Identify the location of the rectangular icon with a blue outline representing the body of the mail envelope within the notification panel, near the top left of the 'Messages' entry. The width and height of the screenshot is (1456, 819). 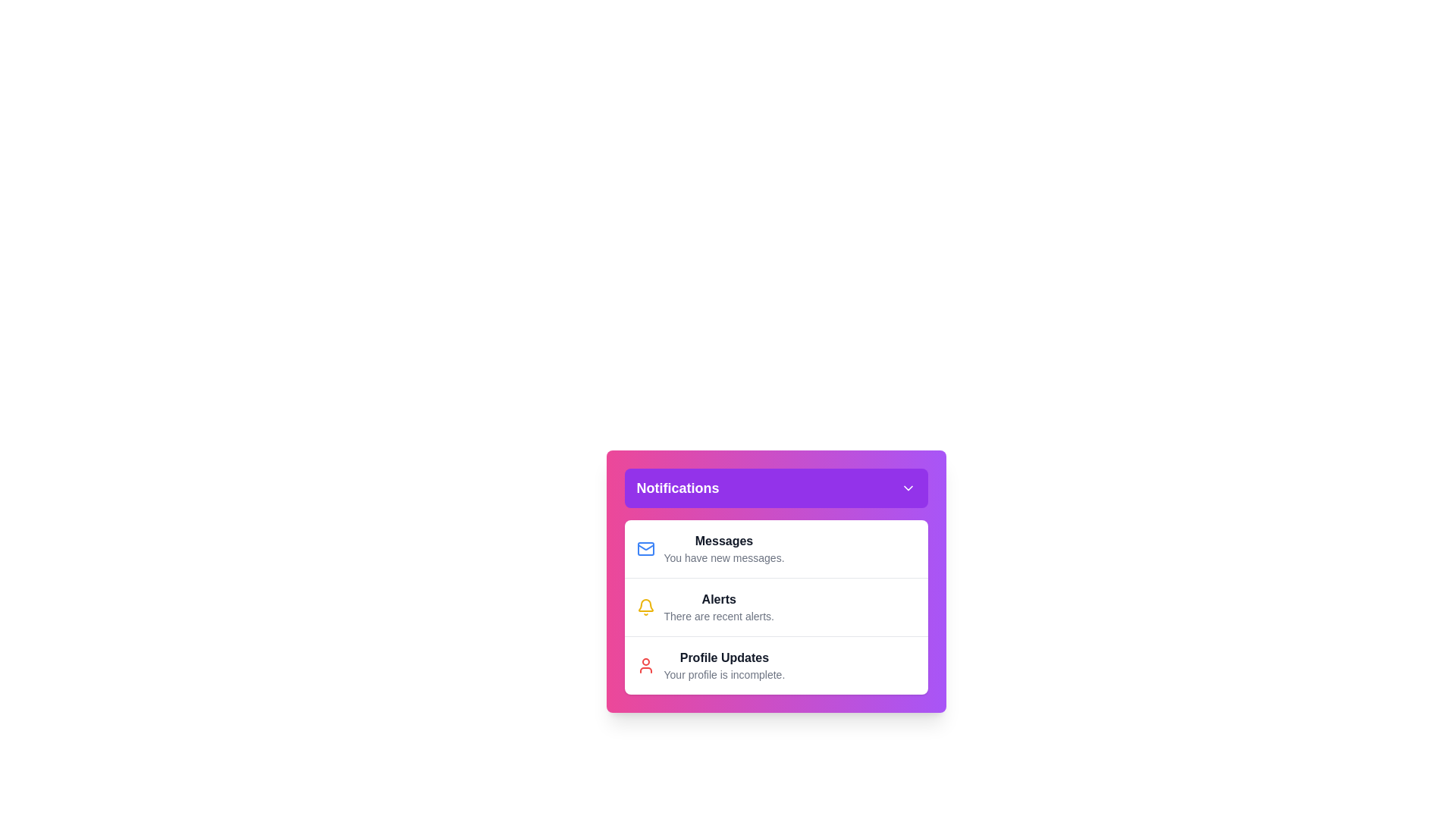
(645, 549).